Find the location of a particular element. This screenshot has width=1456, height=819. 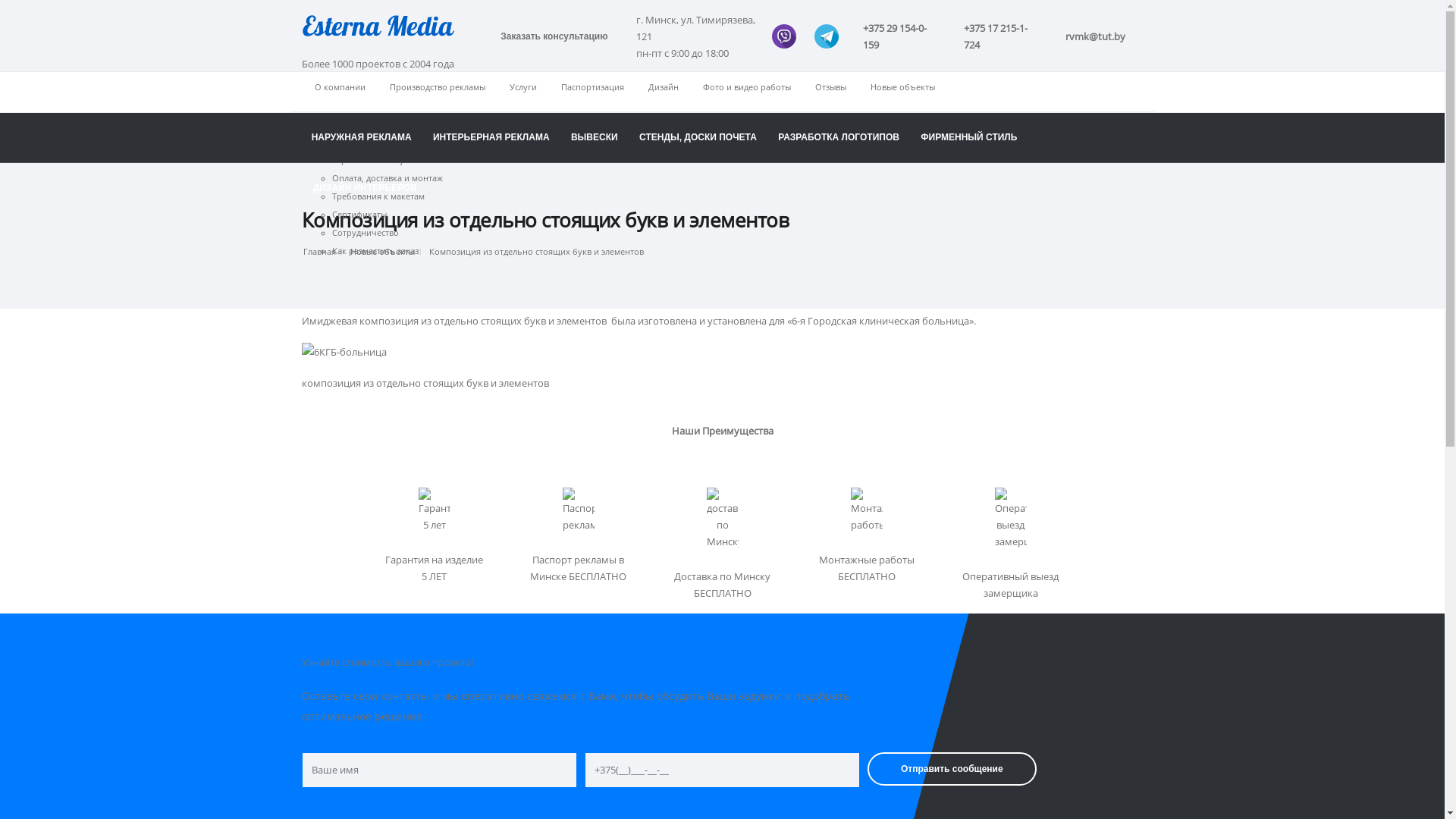

'rvmk@tut.by' is located at coordinates (1094, 34).